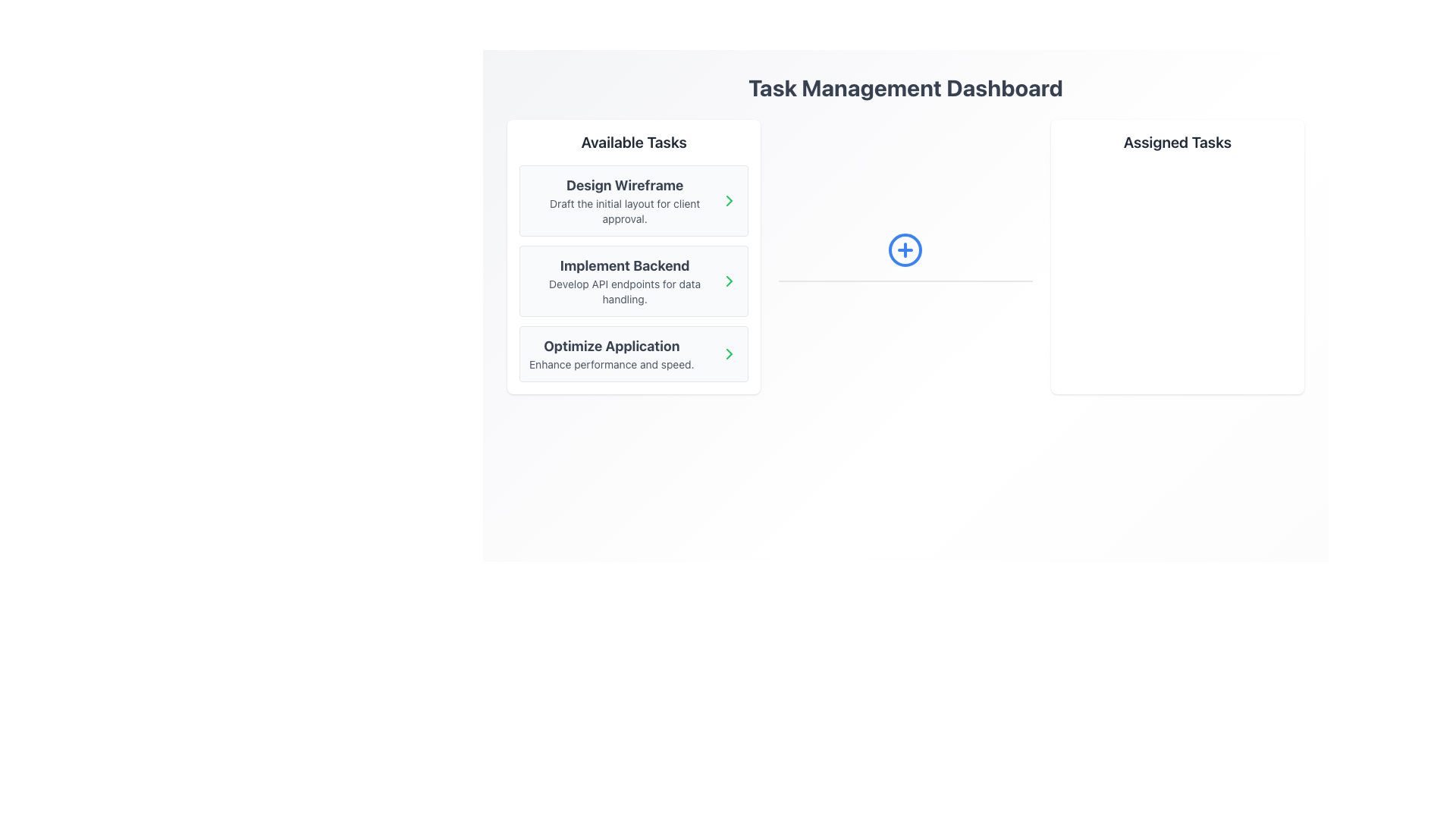 The image size is (1456, 819). What do you see at coordinates (730, 353) in the screenshot?
I see `the rightward arrow vector graphic icon located inside the third task item labeled 'Optimize Application' in the 'Available Tasks' section` at bounding box center [730, 353].